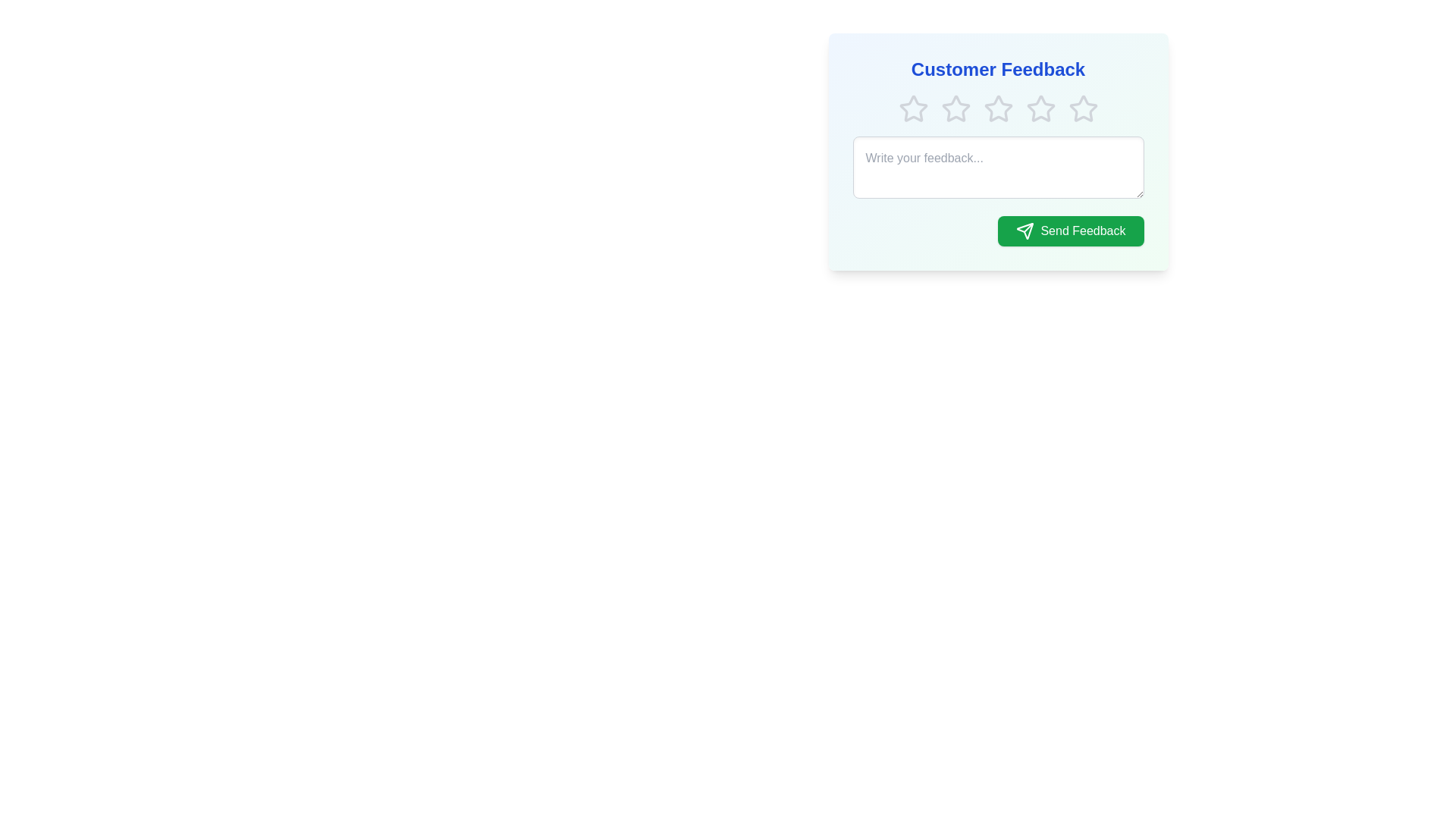 Image resolution: width=1456 pixels, height=819 pixels. Describe the element at coordinates (1082, 108) in the screenshot. I see `the star corresponding to the desired rating 5` at that location.